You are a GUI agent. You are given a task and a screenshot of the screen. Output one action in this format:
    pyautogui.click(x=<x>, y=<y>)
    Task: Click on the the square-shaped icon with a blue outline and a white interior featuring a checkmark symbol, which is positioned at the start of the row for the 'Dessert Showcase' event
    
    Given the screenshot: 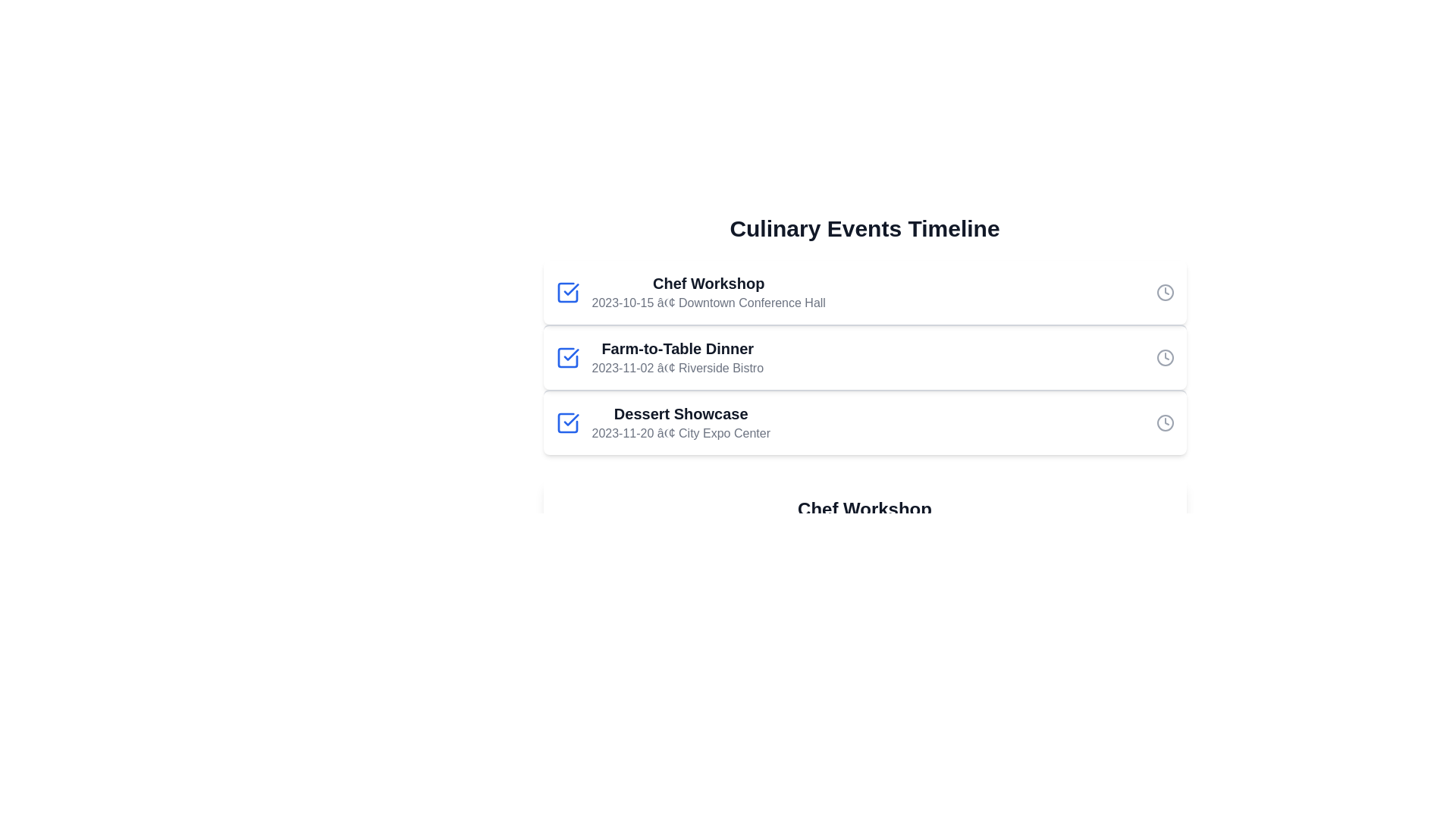 What is the action you would take?
    pyautogui.click(x=566, y=423)
    